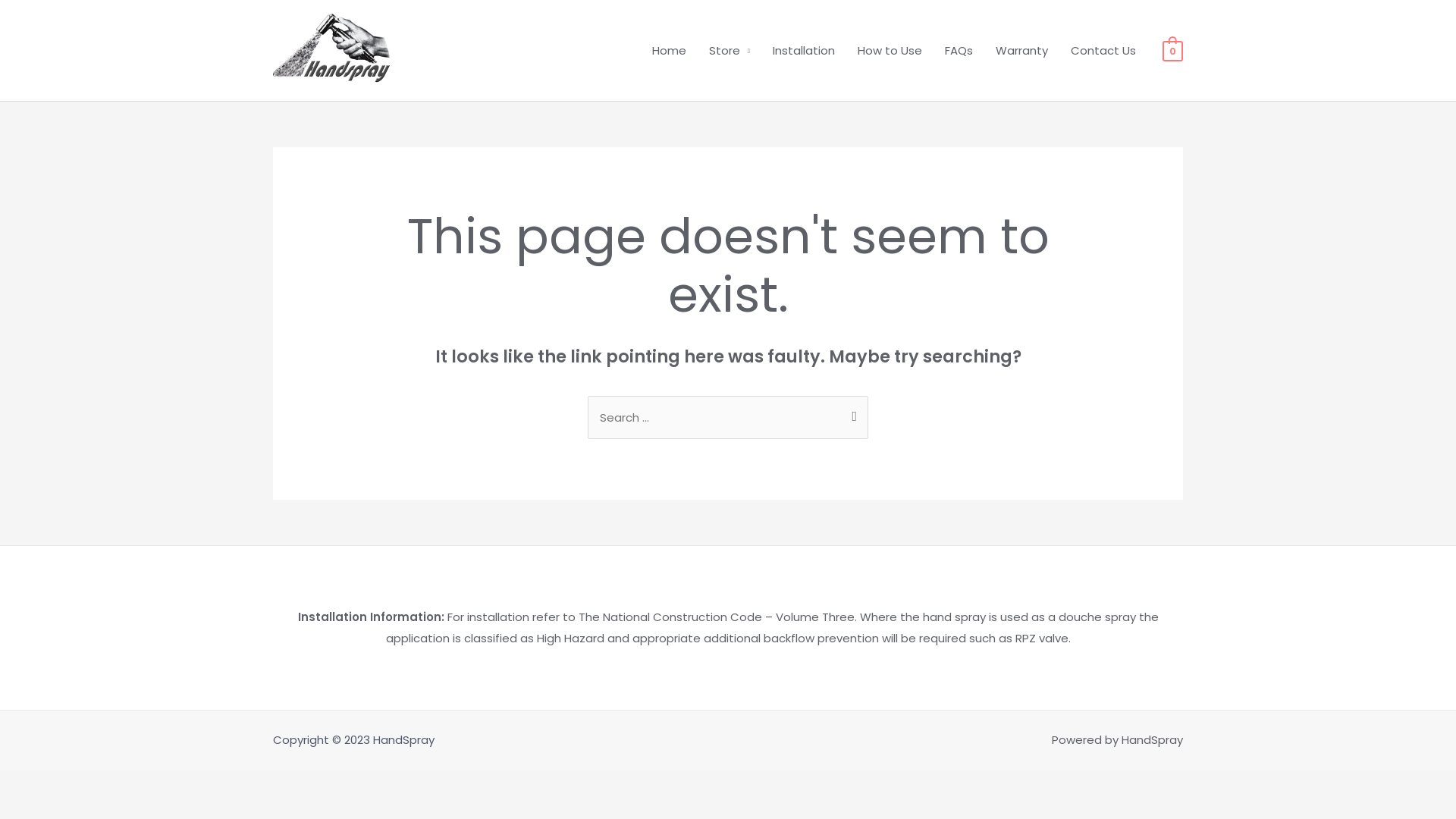 Image resolution: width=1456 pixels, height=819 pixels. I want to click on 'Search', so click(851, 409).